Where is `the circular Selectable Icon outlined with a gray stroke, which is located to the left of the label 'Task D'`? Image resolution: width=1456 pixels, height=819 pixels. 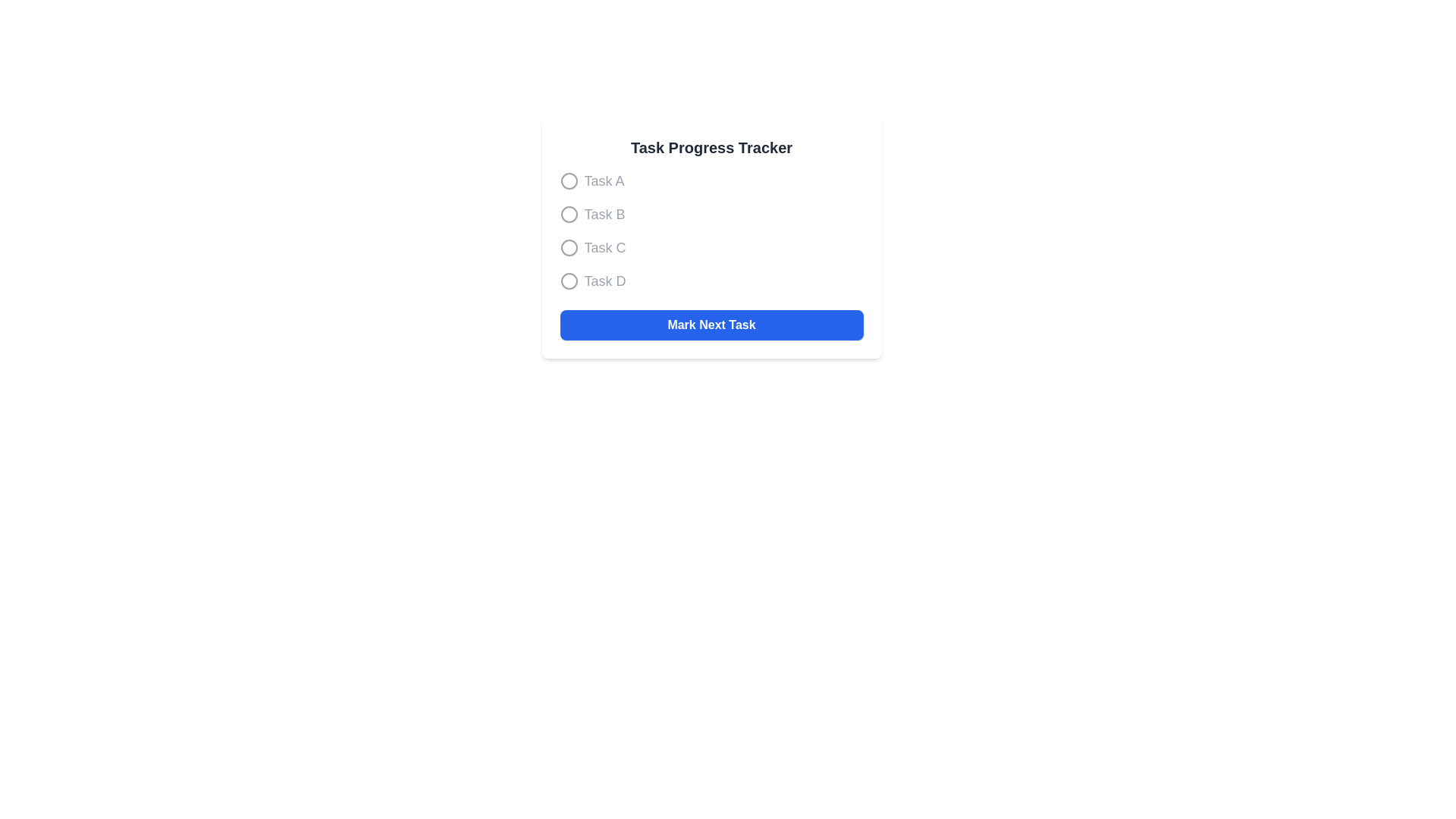
the circular Selectable Icon outlined with a gray stroke, which is located to the left of the label 'Task D' is located at coordinates (568, 281).